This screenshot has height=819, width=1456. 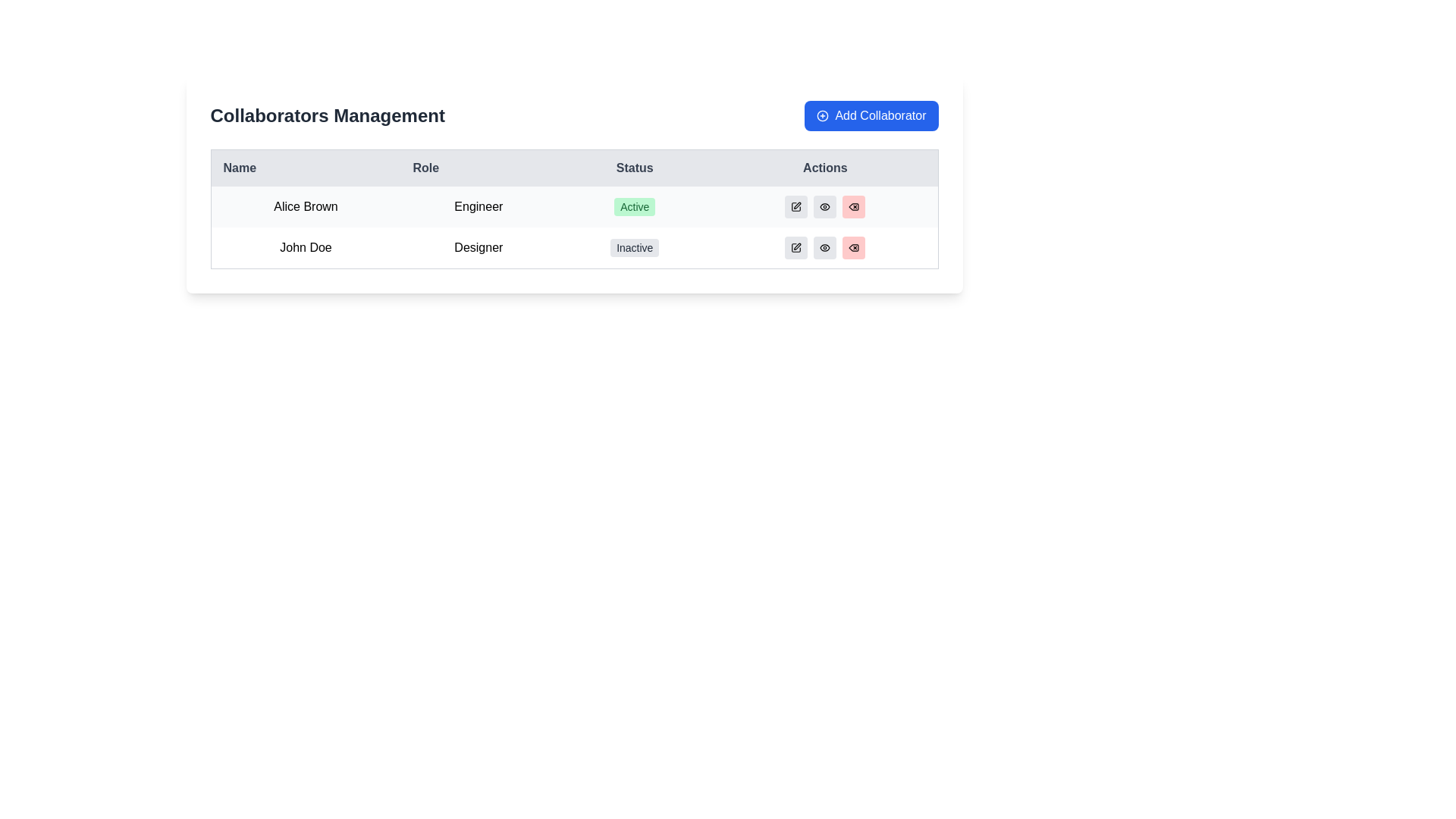 What do you see at coordinates (327, 115) in the screenshot?
I see `bold text label saying 'Collaborators Management' located at the top-left corner of the interface` at bounding box center [327, 115].